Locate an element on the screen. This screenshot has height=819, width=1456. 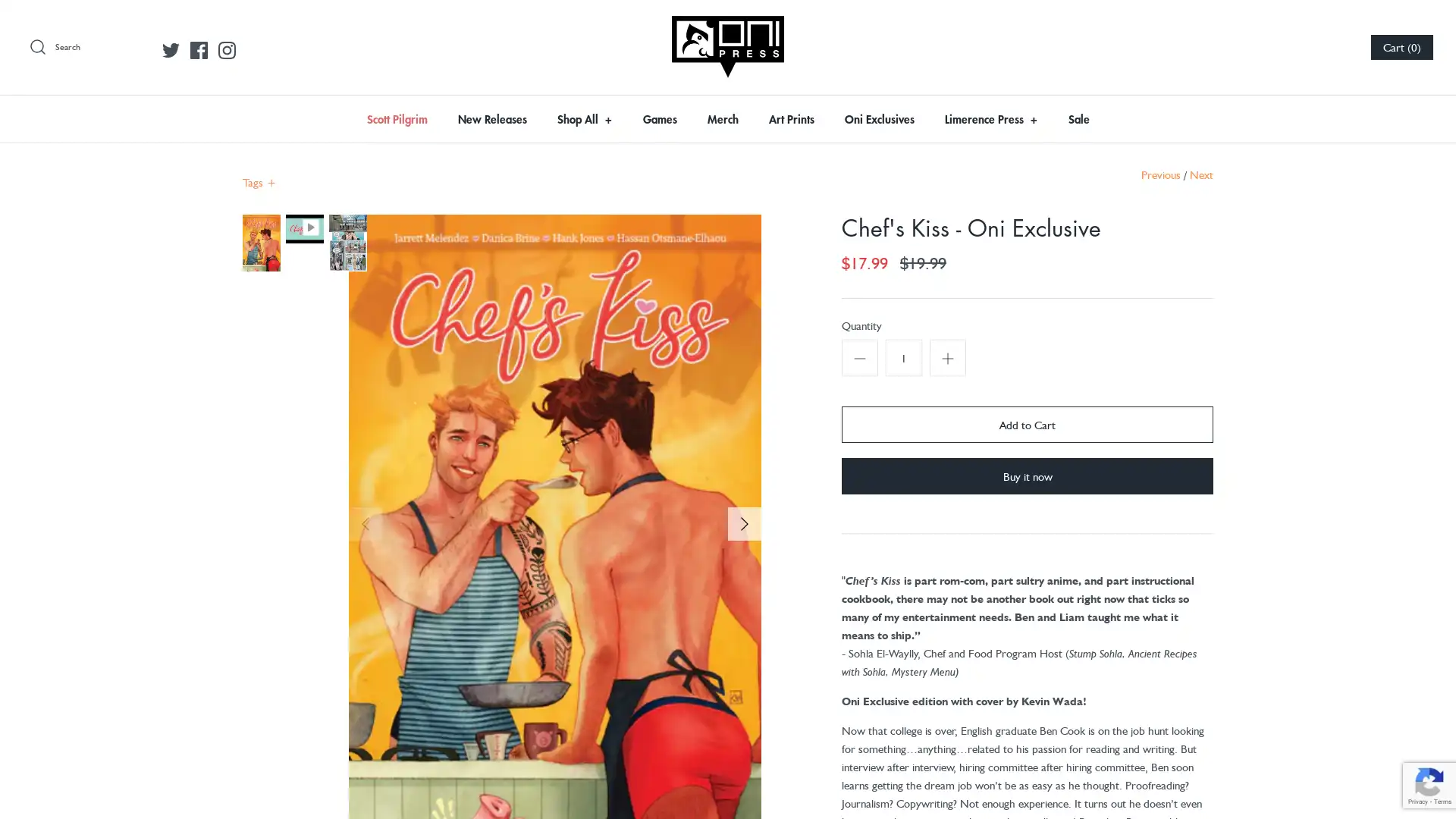
Add to Cart is located at coordinates (1027, 424).